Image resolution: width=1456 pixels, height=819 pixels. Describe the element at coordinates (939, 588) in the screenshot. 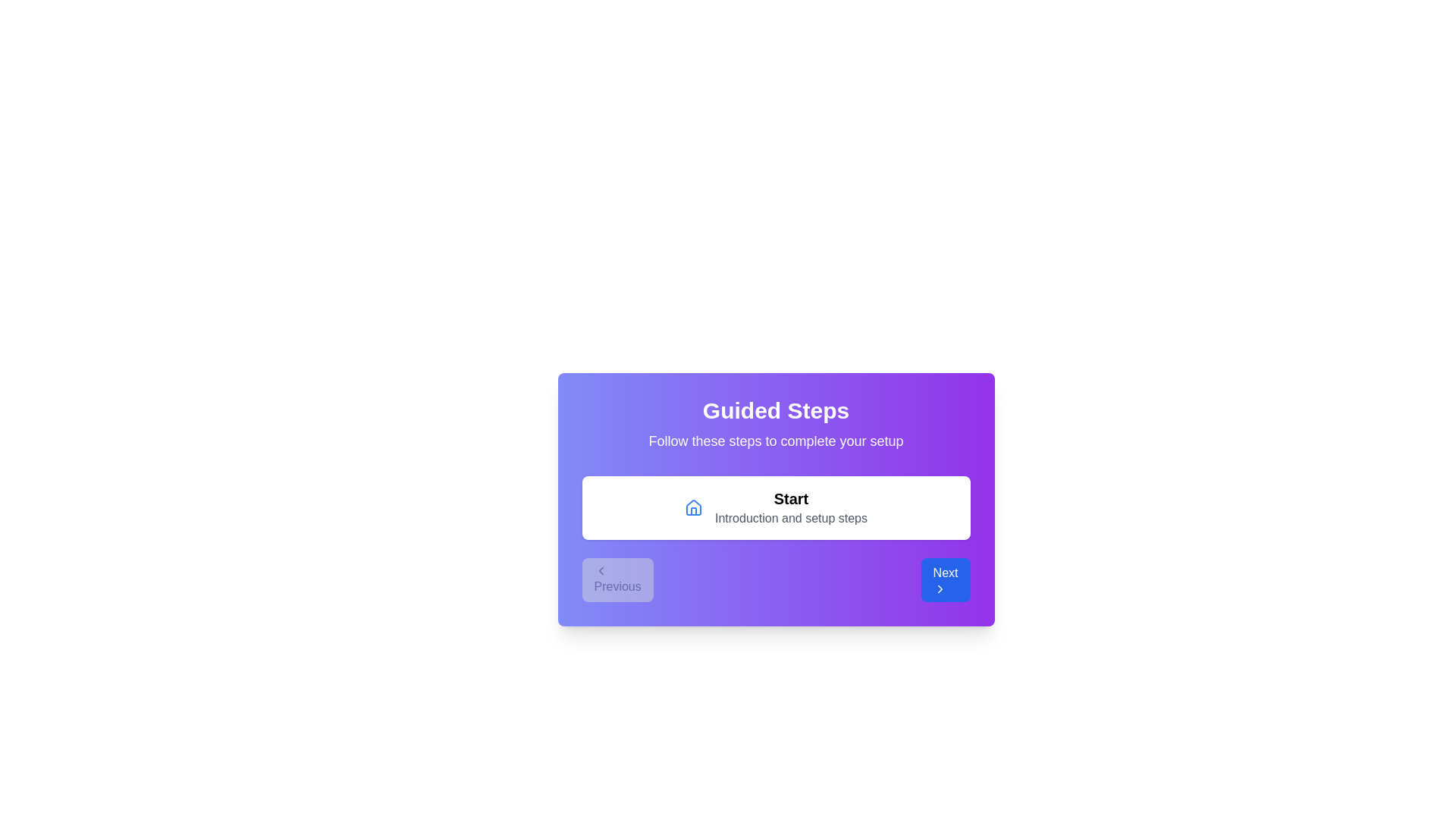

I see `the chevron icon within the 'Next' button located at the bottom right corner of the centered modal` at that location.